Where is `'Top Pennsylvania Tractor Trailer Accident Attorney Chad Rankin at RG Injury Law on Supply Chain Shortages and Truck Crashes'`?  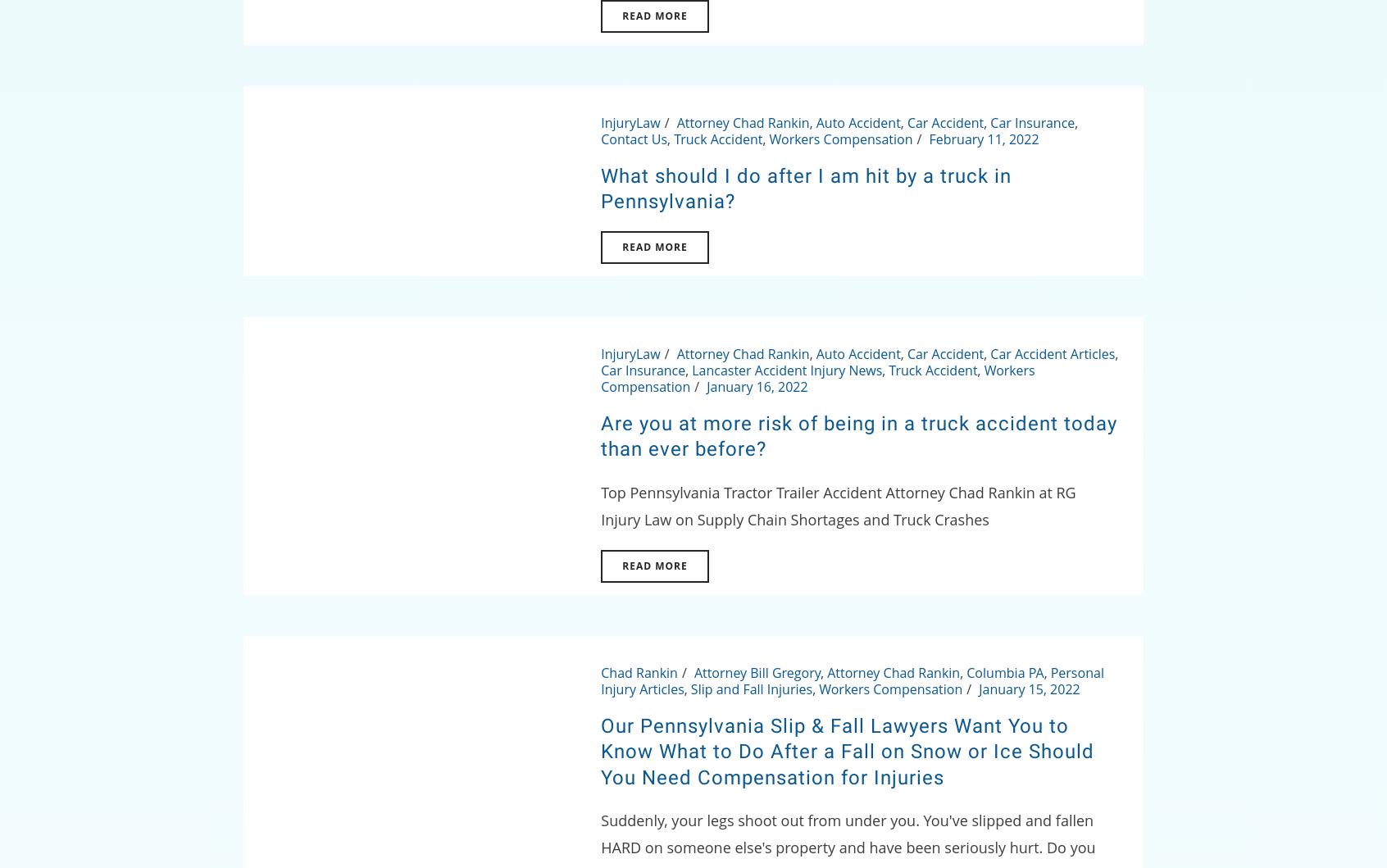
'Top Pennsylvania Tractor Trailer Accident Attorney Chad Rankin at RG Injury Law on Supply Chain Shortages and Truck Crashes' is located at coordinates (837, 504).